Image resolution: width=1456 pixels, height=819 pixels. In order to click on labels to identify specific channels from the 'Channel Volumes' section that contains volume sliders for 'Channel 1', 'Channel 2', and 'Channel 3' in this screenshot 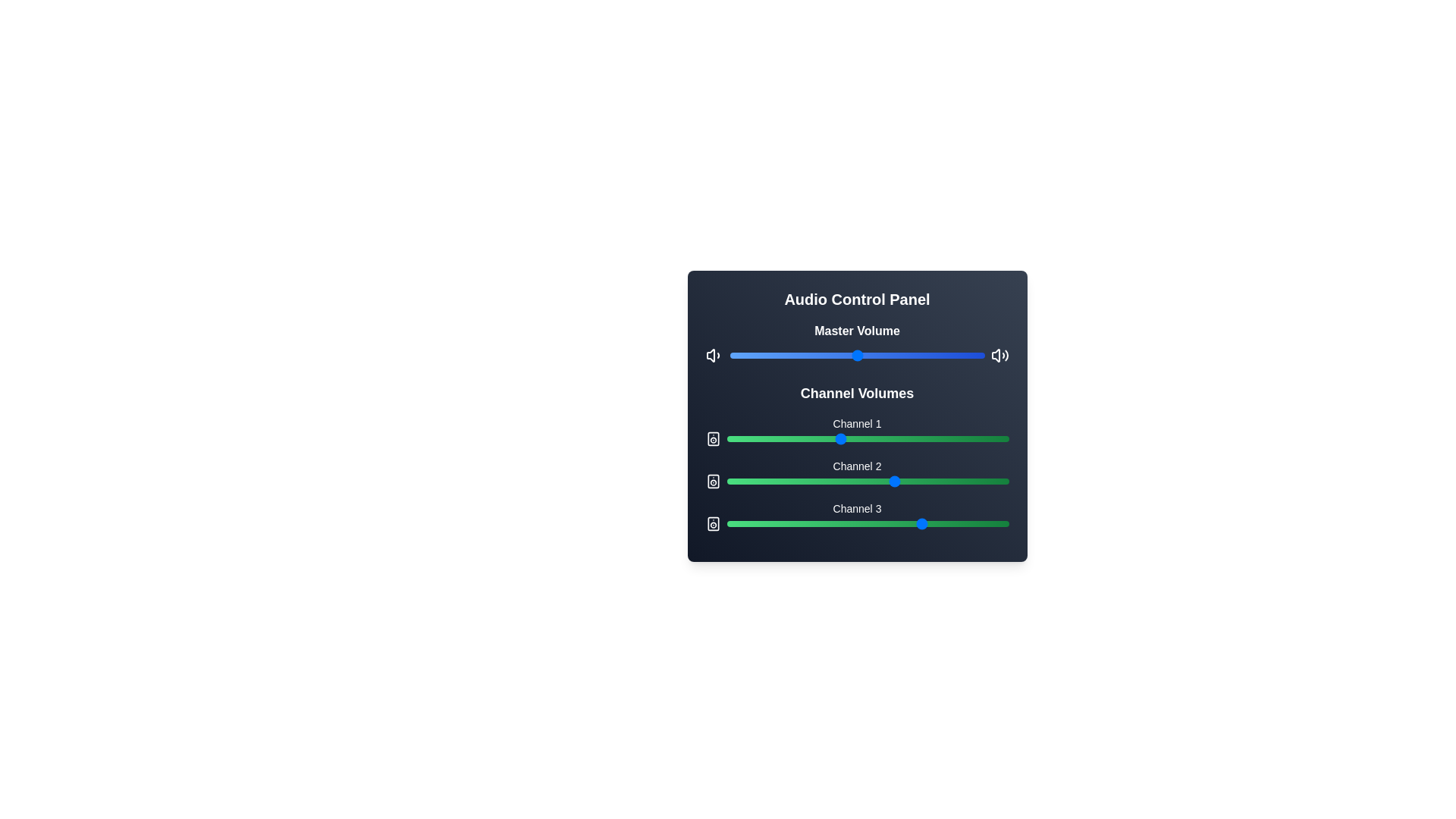, I will do `click(857, 456)`.